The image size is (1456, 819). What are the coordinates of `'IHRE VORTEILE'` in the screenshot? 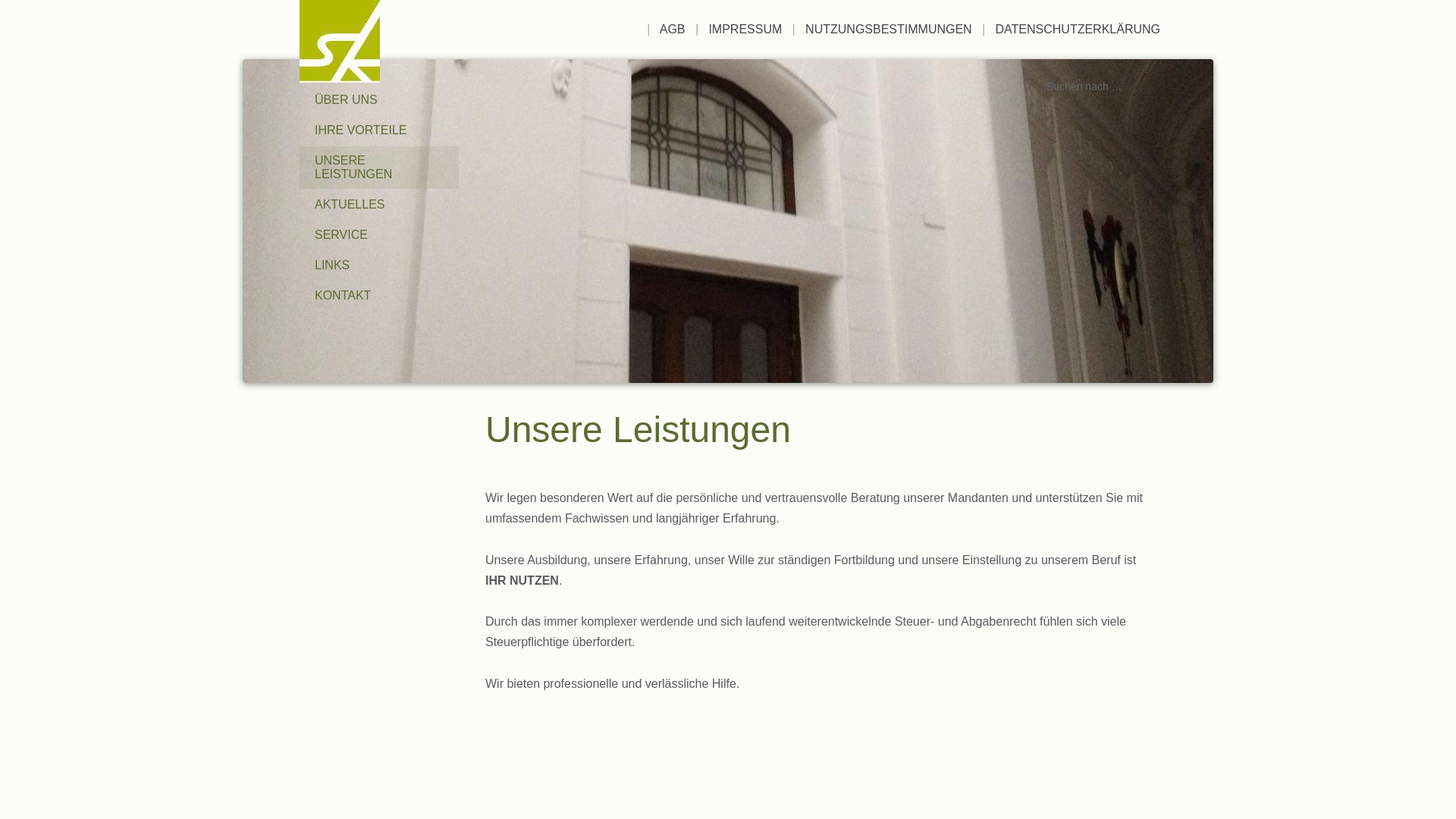 It's located at (378, 130).